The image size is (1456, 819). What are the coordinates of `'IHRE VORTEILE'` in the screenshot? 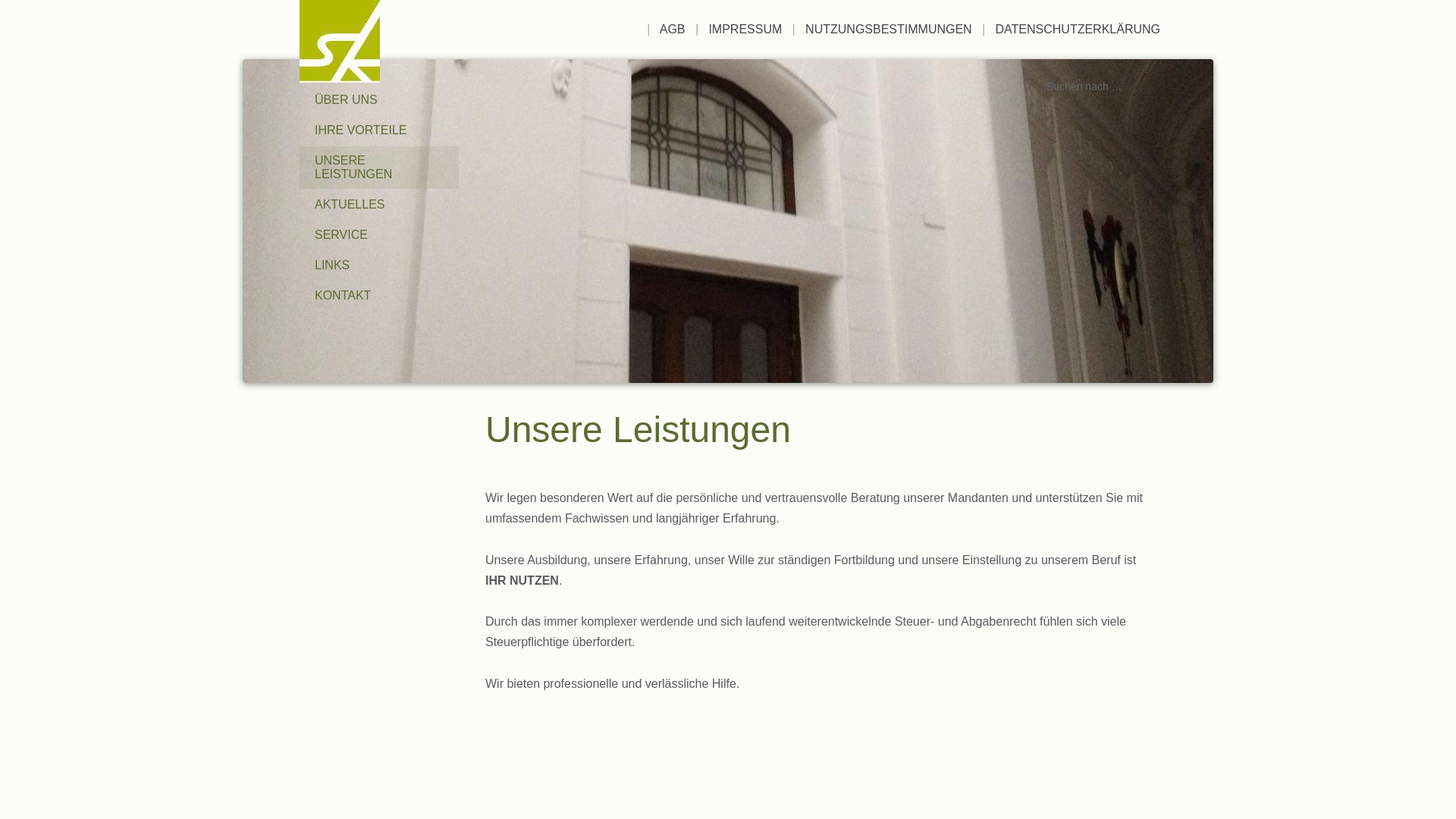 It's located at (378, 130).